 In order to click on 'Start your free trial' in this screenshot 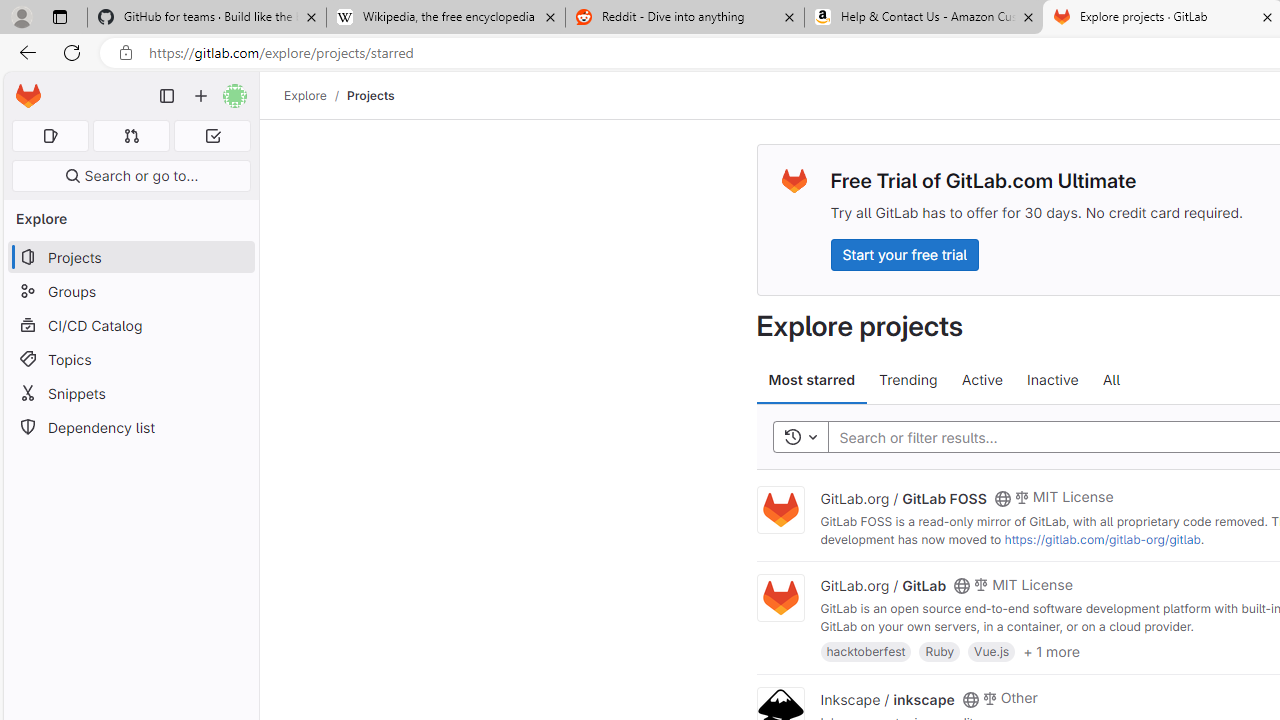, I will do `click(903, 253)`.